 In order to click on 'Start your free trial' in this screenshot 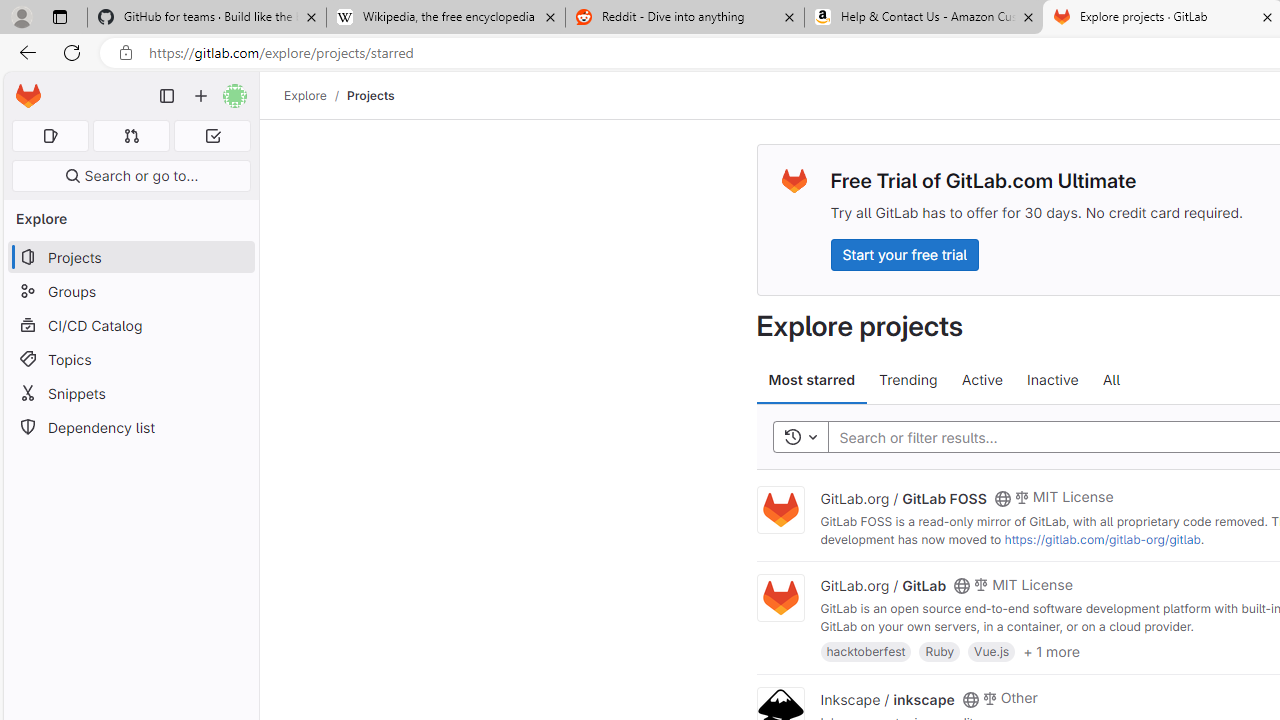, I will do `click(903, 253)`.